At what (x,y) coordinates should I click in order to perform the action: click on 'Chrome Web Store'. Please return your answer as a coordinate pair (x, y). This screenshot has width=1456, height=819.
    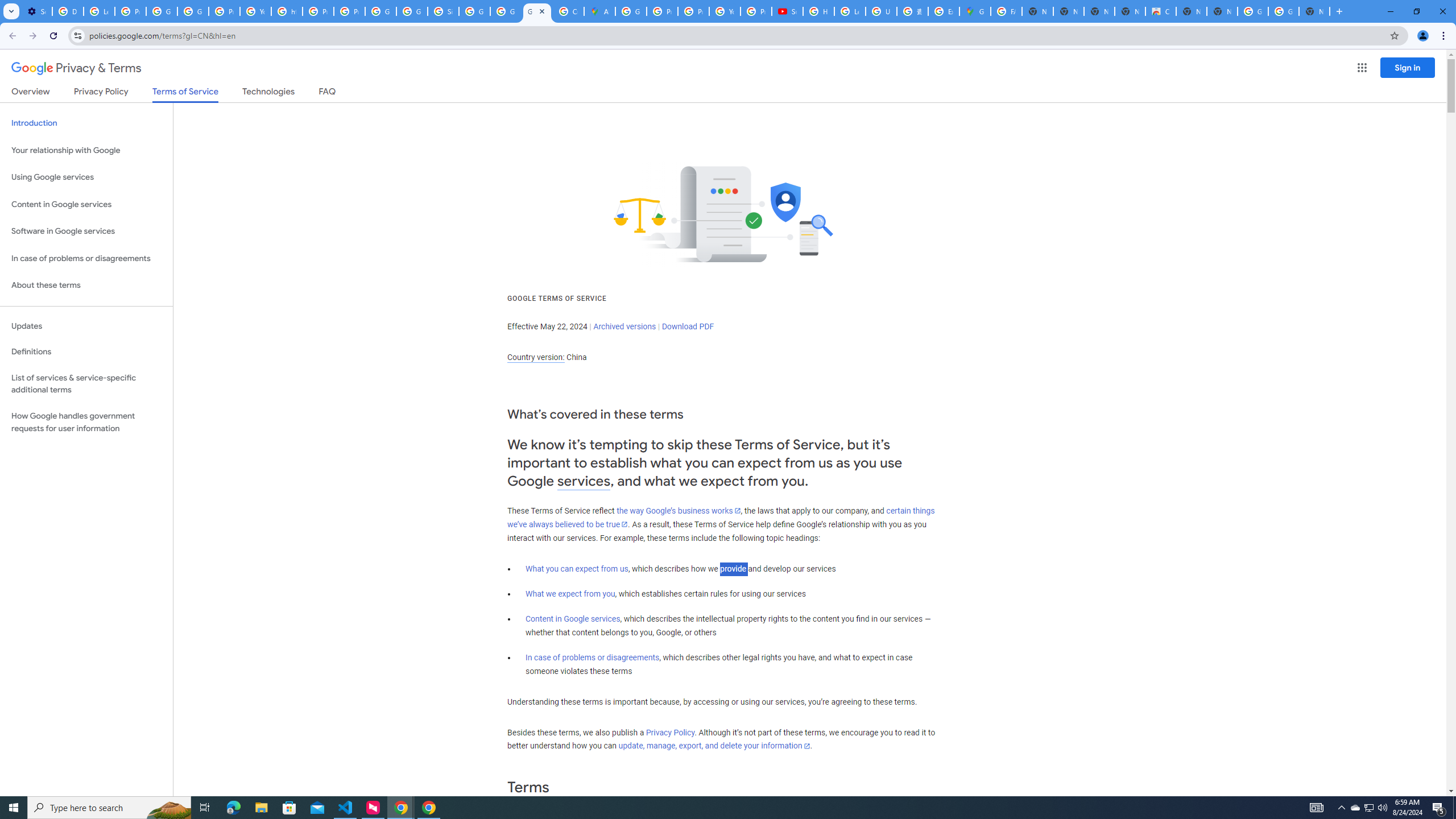
    Looking at the image, I should click on (1160, 11).